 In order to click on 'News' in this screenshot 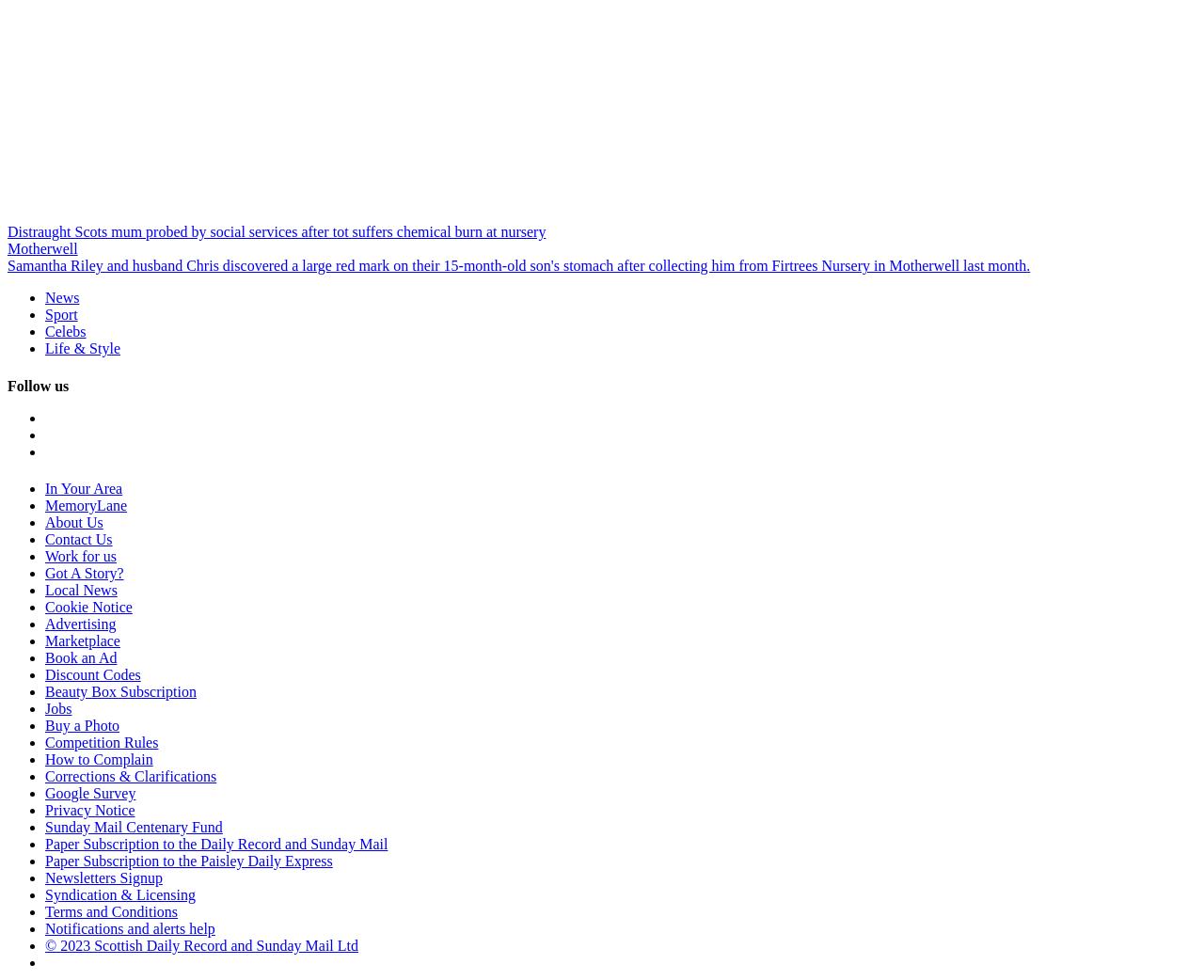, I will do `click(62, 297)`.